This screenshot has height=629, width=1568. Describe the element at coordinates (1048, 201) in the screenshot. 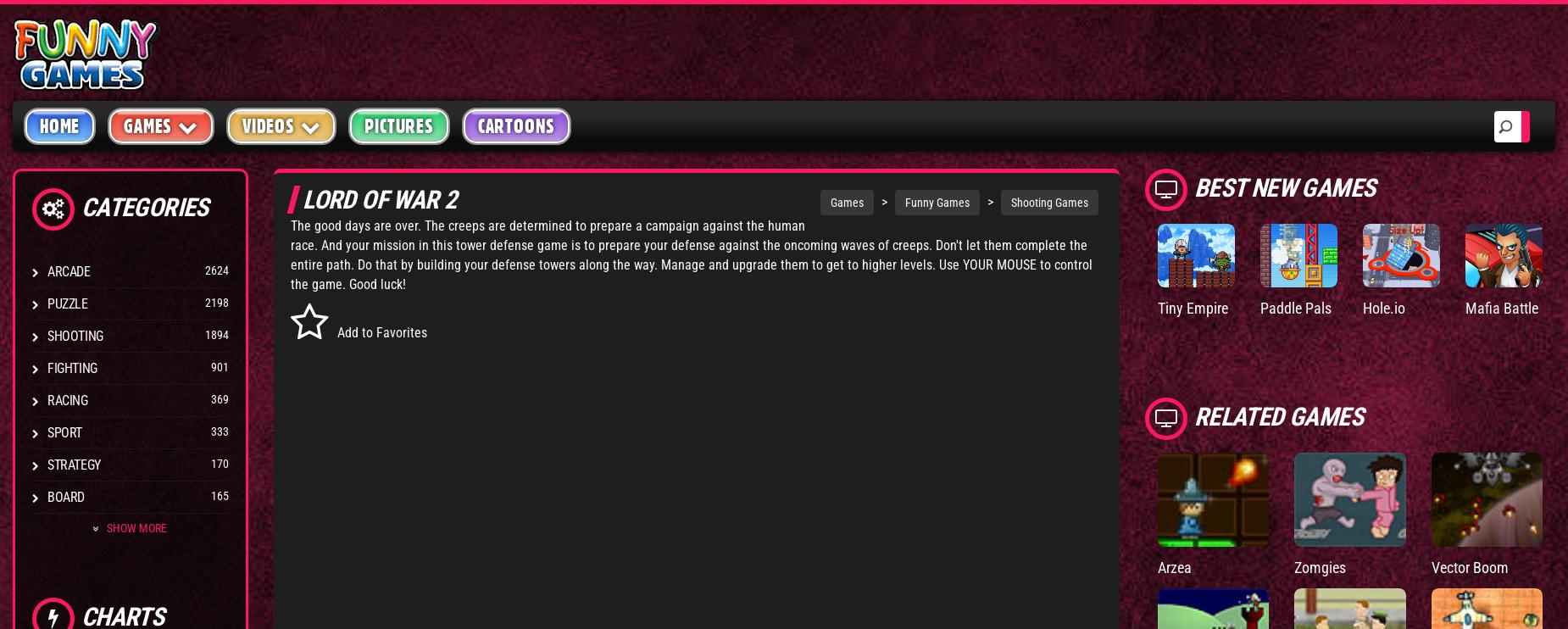

I see `'Shooting Games'` at that location.